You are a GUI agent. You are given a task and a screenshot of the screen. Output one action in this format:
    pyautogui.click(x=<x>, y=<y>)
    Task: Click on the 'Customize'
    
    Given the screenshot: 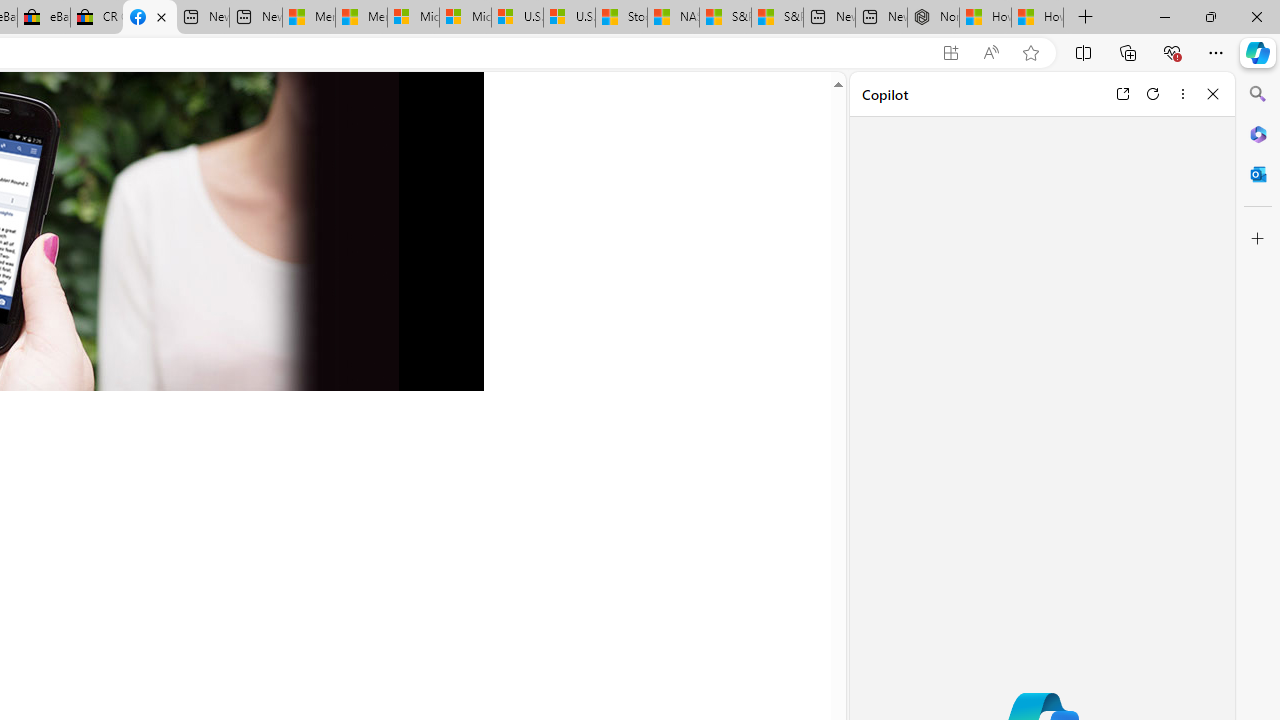 What is the action you would take?
    pyautogui.click(x=1257, y=238)
    